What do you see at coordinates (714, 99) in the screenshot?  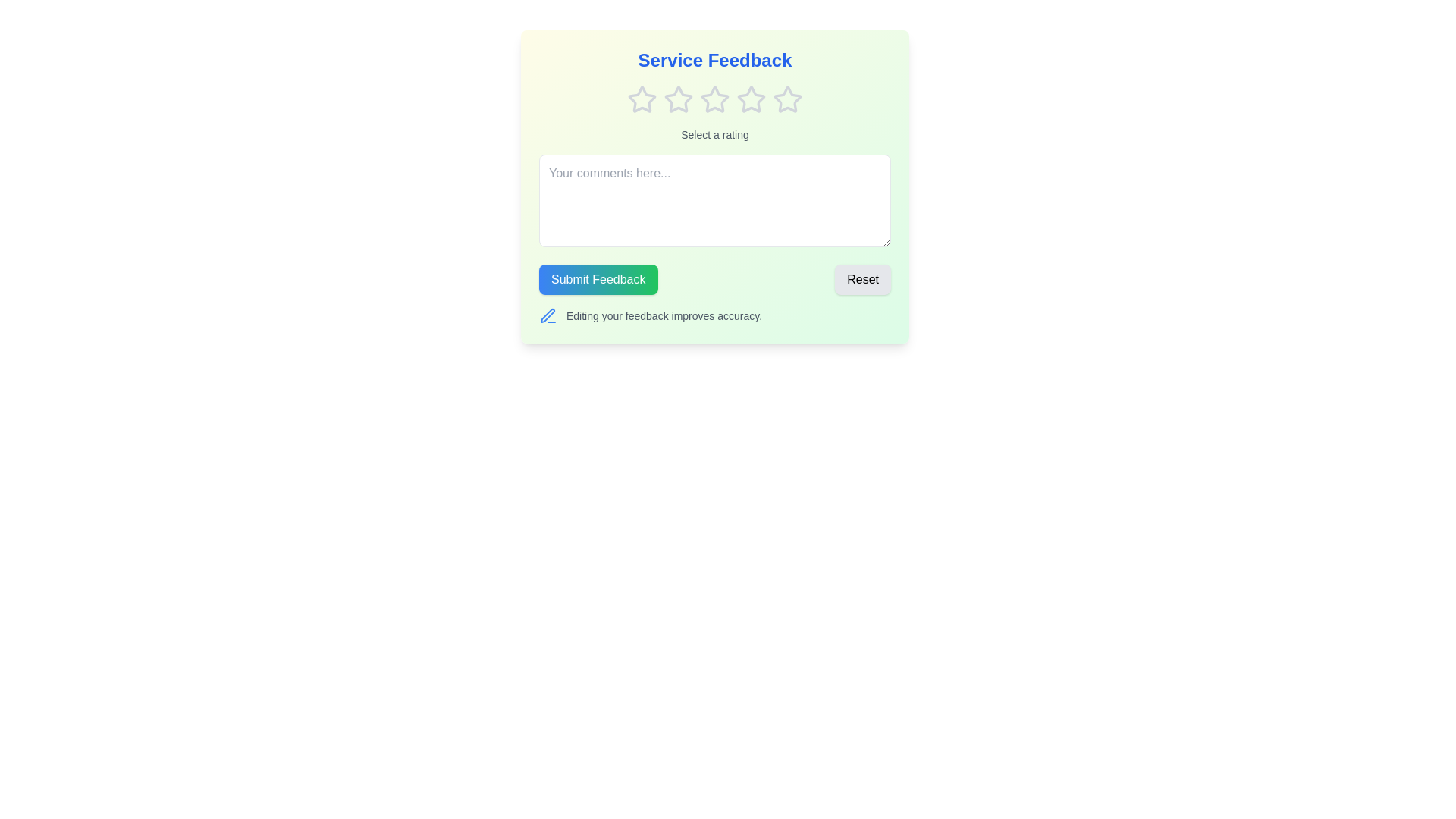 I see `the third star icon in the five-star rating system located in the feedback form interface` at bounding box center [714, 99].